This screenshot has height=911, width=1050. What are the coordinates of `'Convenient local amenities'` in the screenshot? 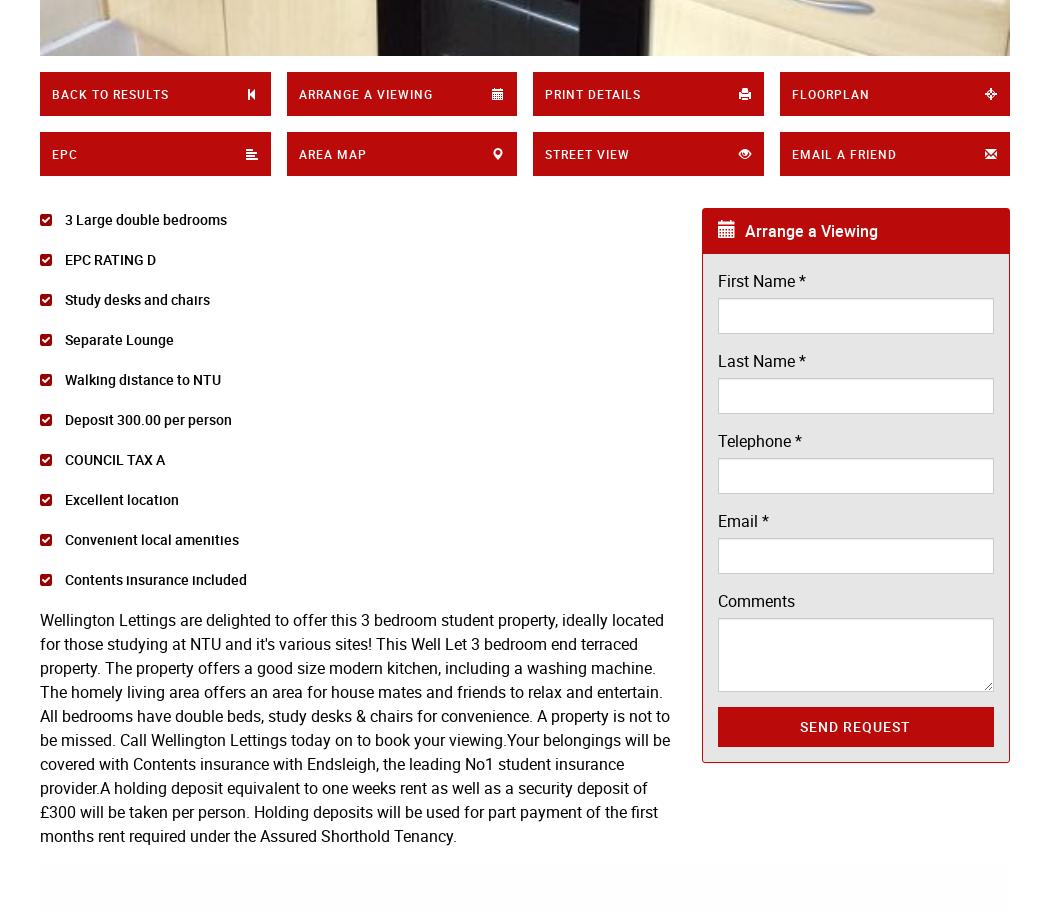 It's located at (150, 538).